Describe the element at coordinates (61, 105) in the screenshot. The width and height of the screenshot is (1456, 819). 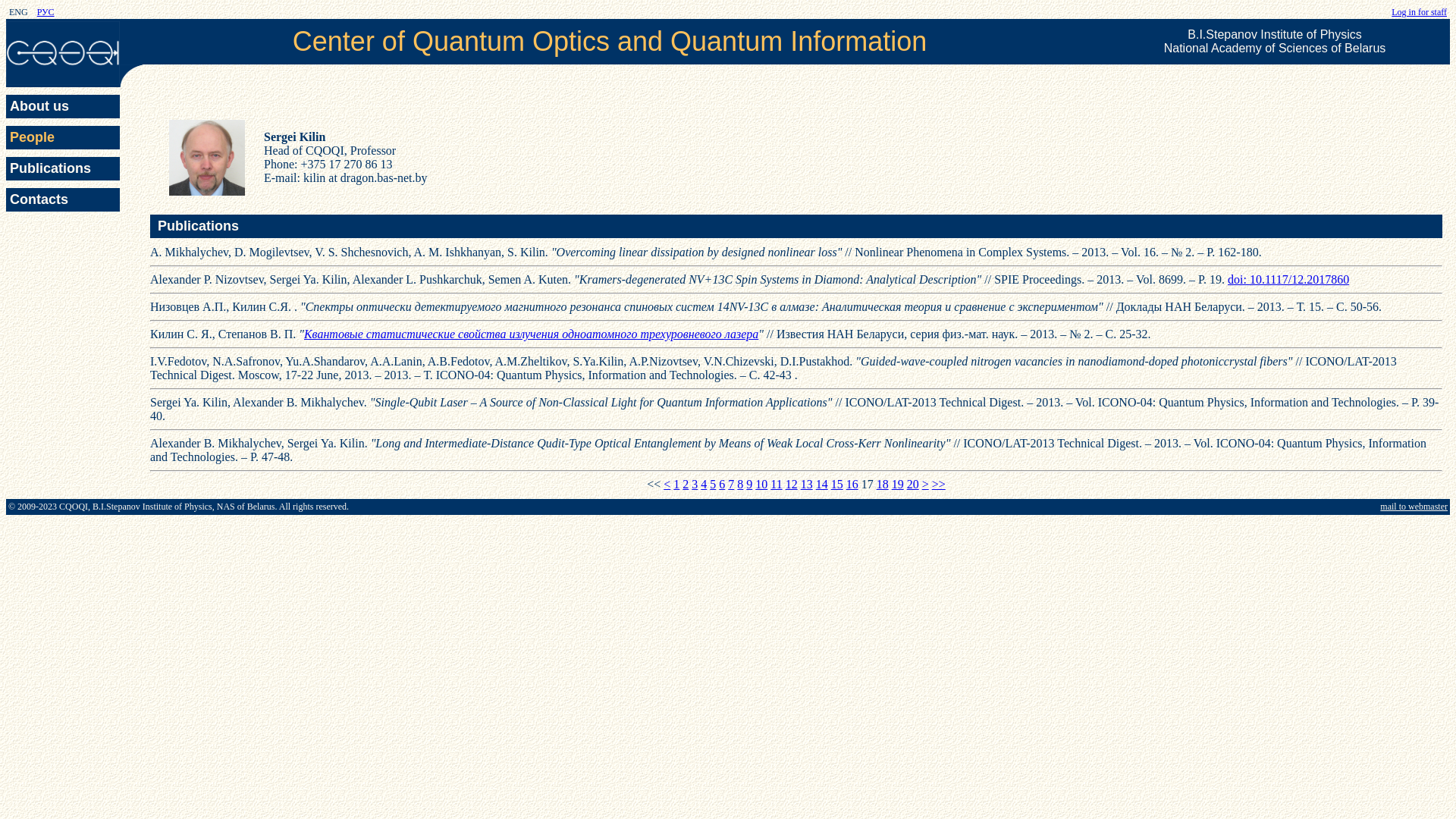
I see `'About us'` at that location.